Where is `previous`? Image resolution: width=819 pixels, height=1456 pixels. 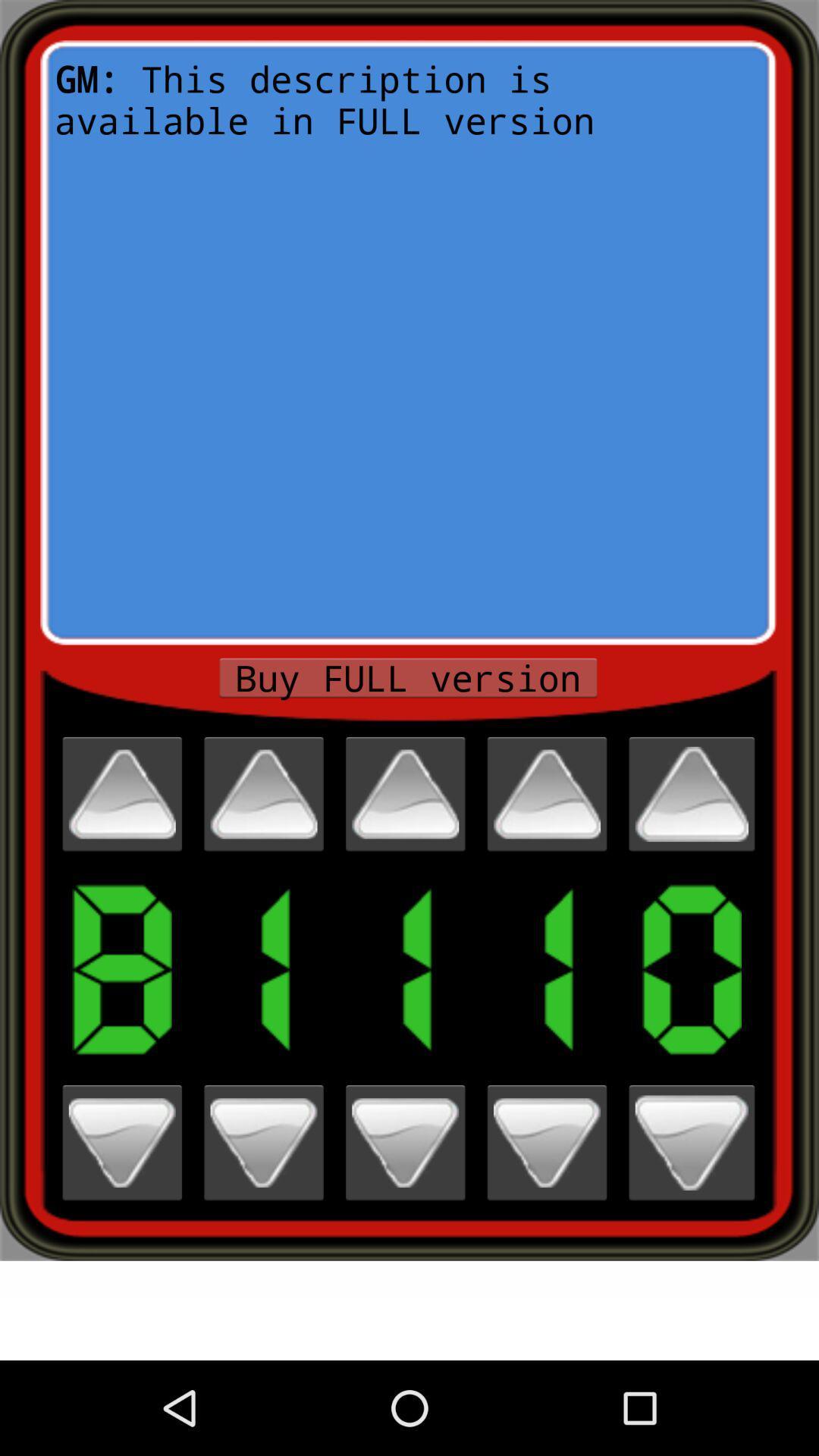 previous is located at coordinates (262, 793).